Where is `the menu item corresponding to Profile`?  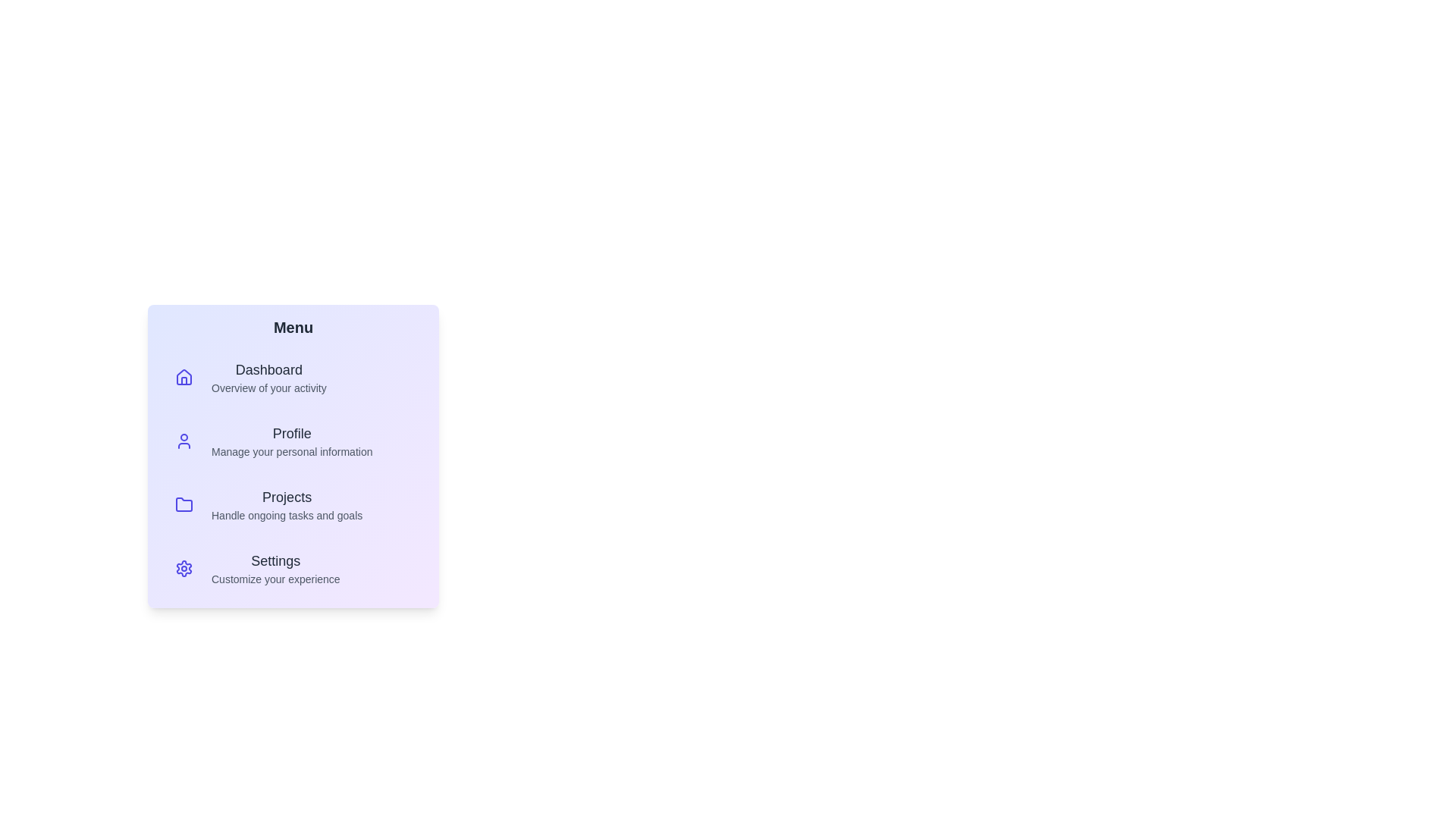
the menu item corresponding to Profile is located at coordinates (293, 441).